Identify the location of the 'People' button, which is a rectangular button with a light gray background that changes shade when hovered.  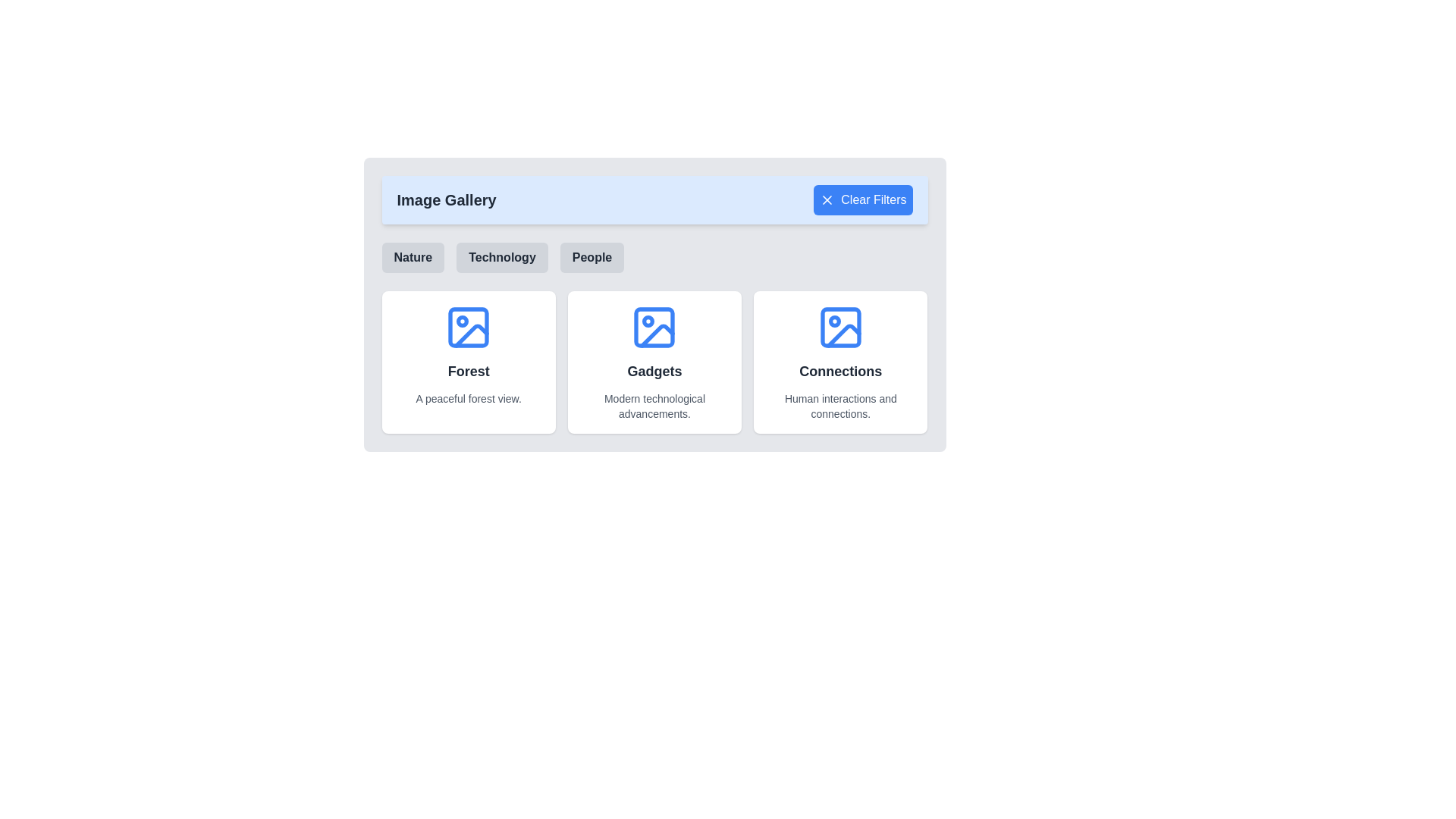
(591, 256).